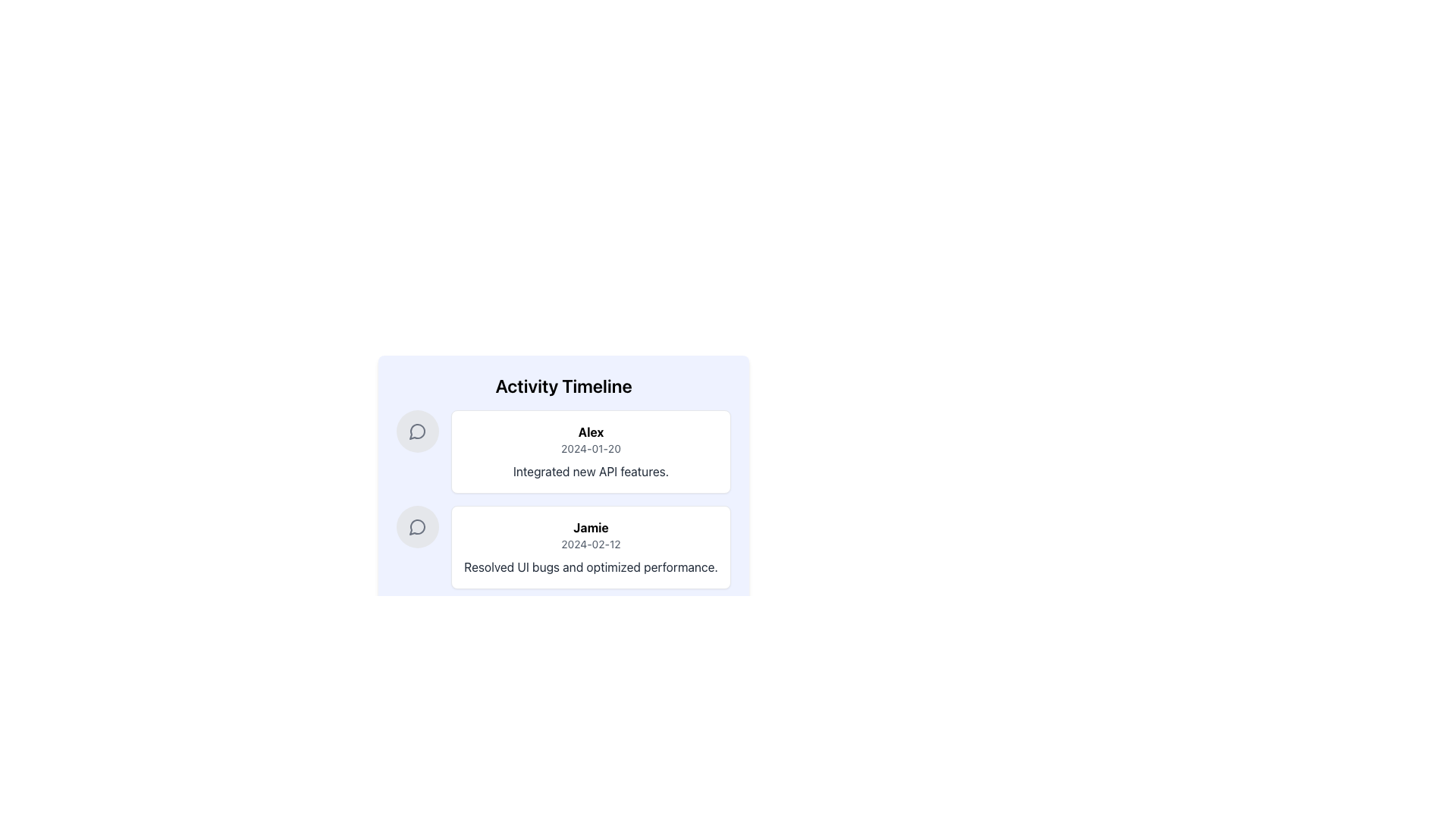 The width and height of the screenshot is (1456, 819). What do you see at coordinates (563, 466) in the screenshot?
I see `the Informational text element that displays details about the activity involving 'Alex' on '2024-01-20' with the description 'Integrated new API features.'` at bounding box center [563, 466].